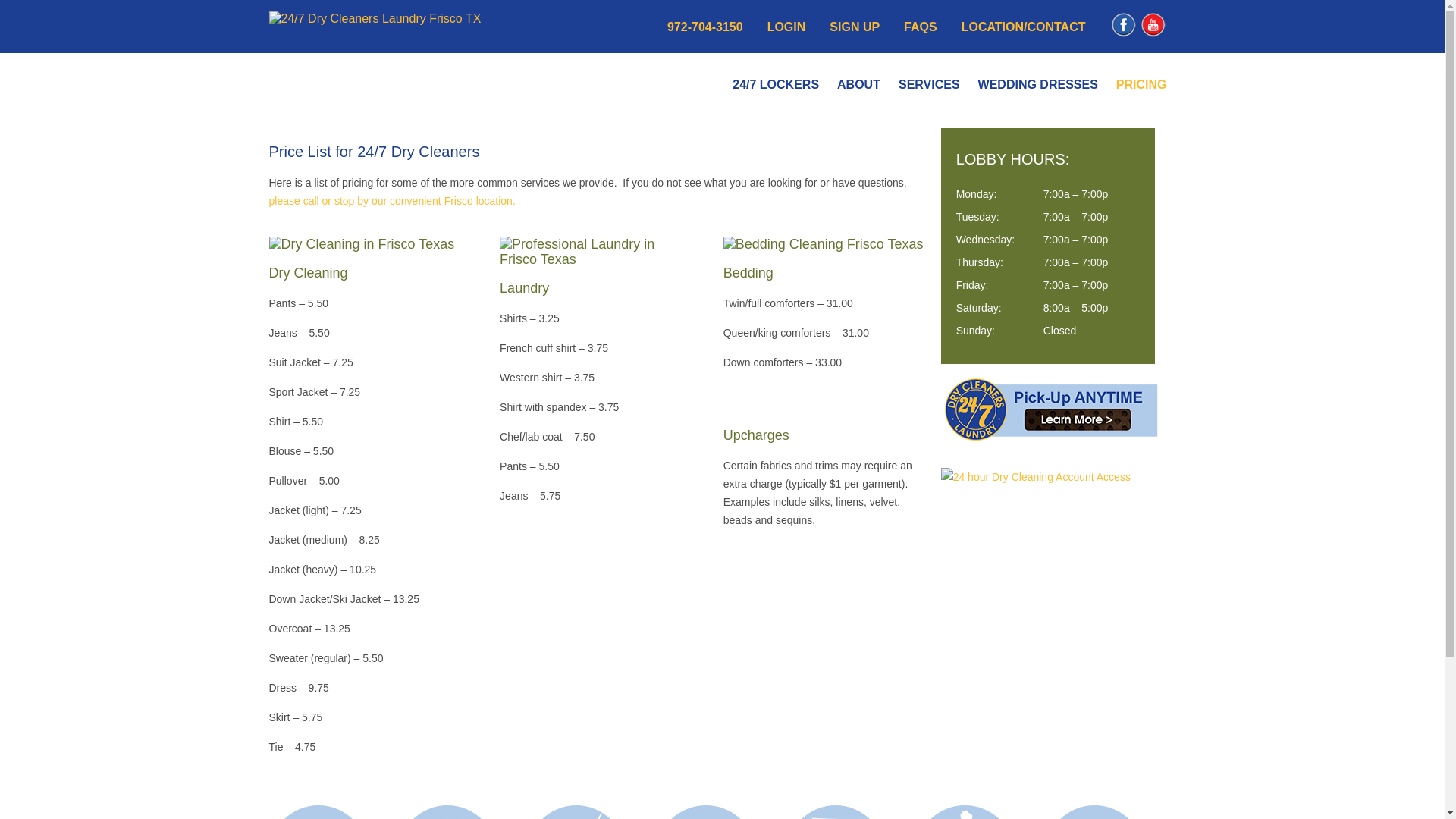  Describe the element at coordinates (903, 27) in the screenshot. I see `'FAQS'` at that location.